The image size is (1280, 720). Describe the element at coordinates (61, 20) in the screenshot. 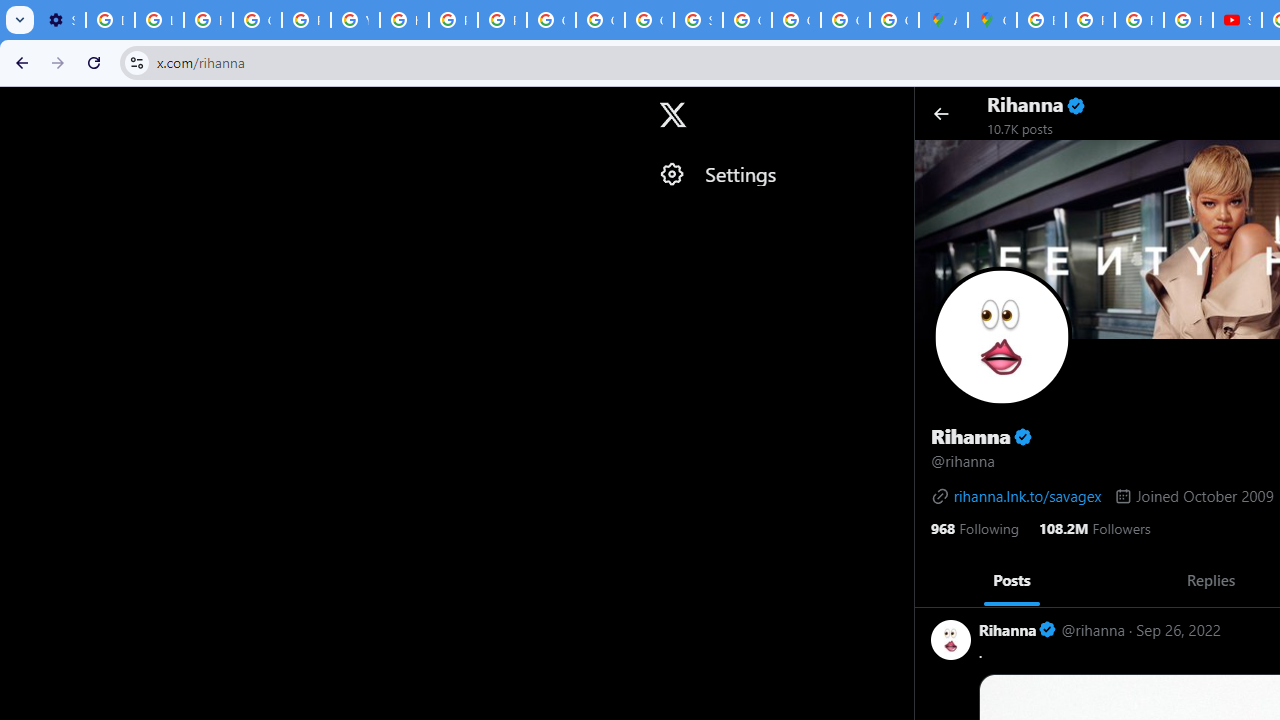

I see `'Settings - Customize profile'` at that location.